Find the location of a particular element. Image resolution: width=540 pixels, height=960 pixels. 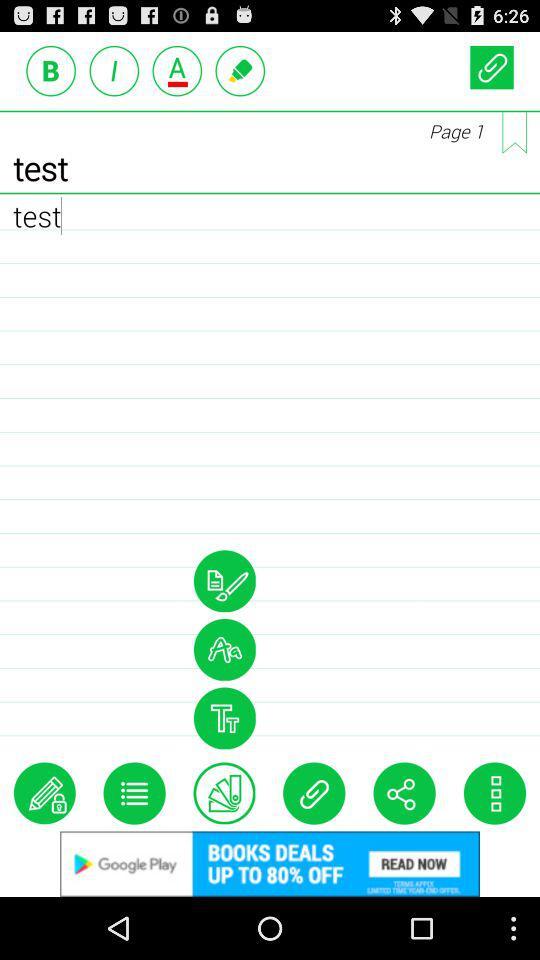

menu is located at coordinates (493, 793).